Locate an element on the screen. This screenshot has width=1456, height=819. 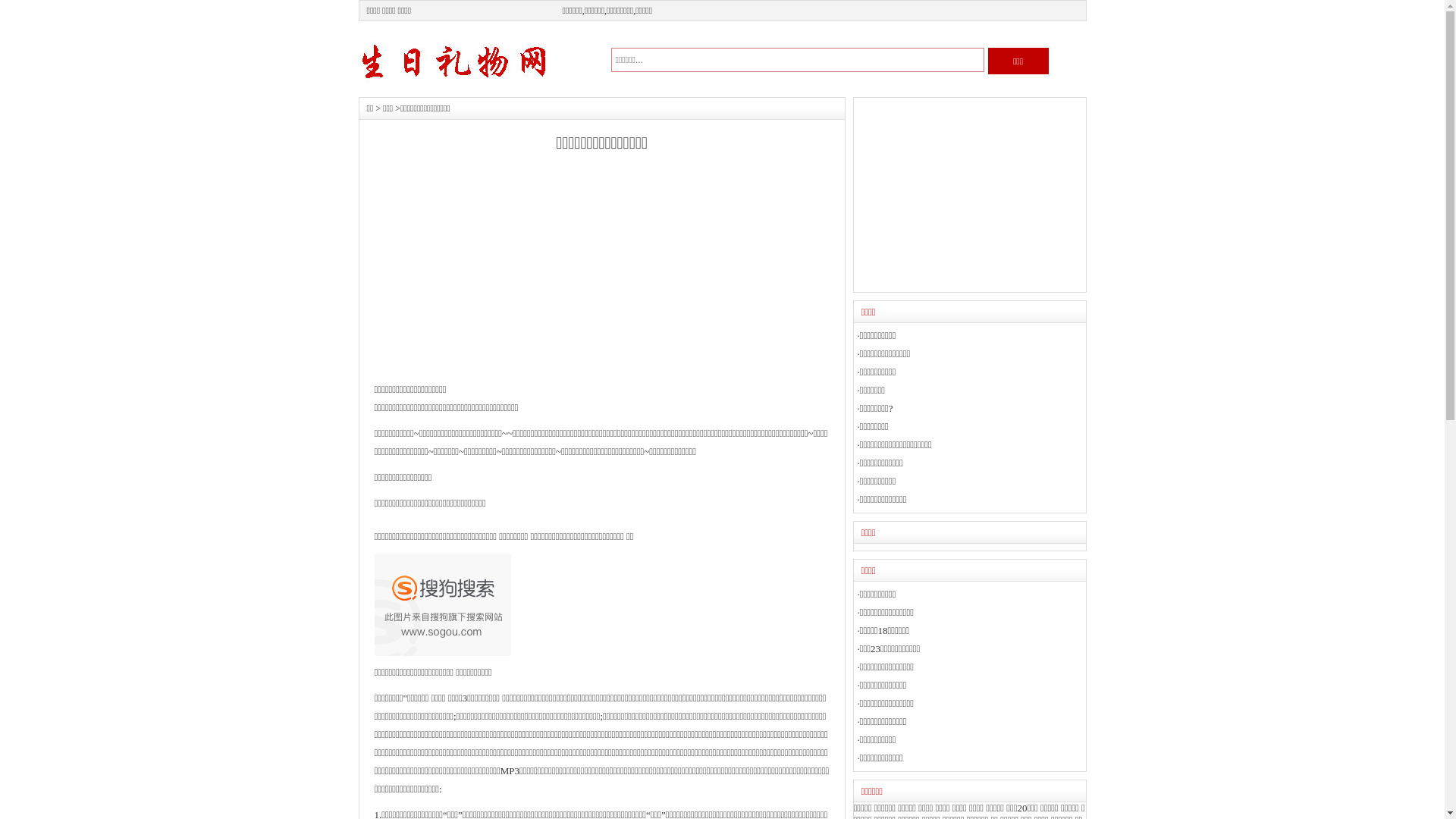
'Advertisement' is located at coordinates (502, 275).